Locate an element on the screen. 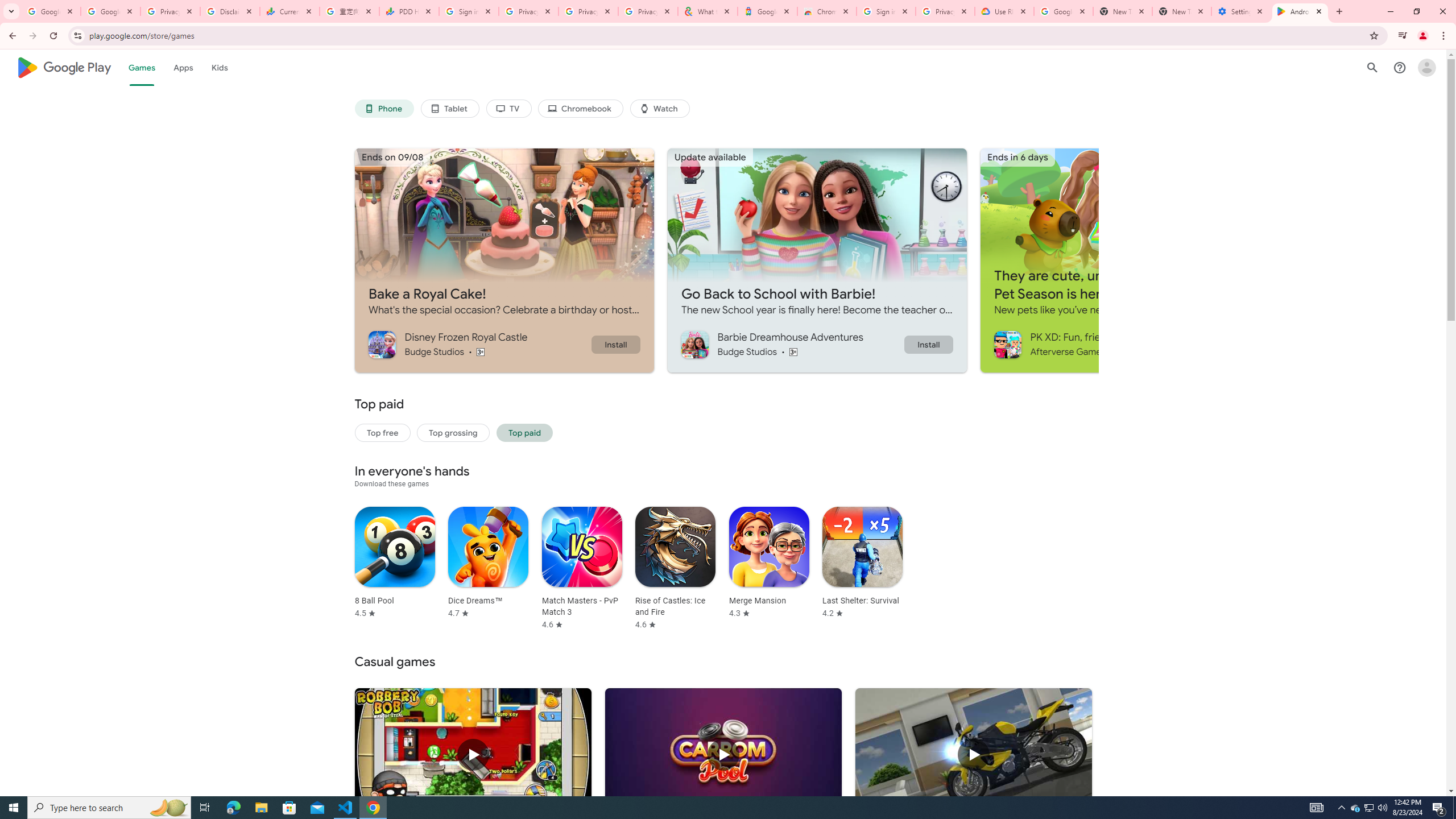 This screenshot has height=819, width=1456. 'Top paid' is located at coordinates (524, 433).